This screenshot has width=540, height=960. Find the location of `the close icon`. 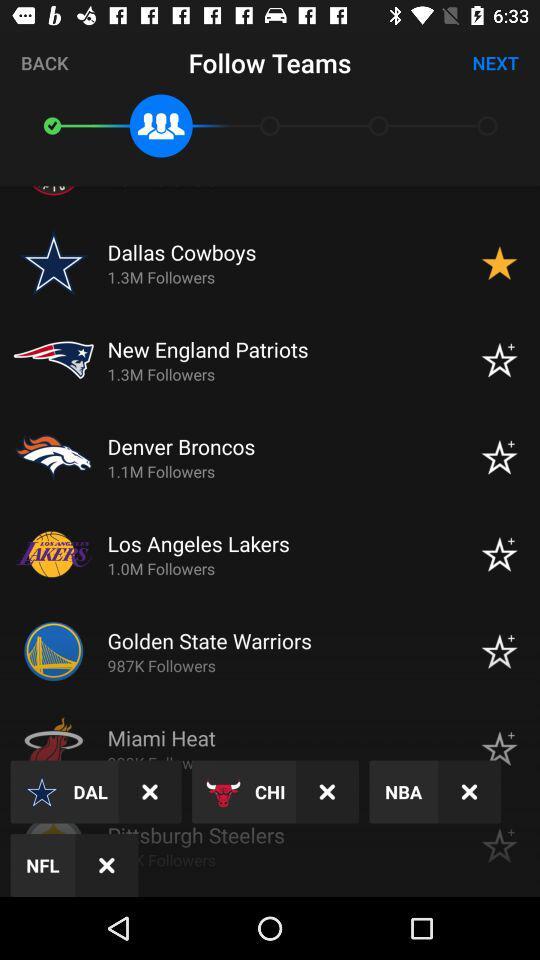

the close icon is located at coordinates (469, 792).